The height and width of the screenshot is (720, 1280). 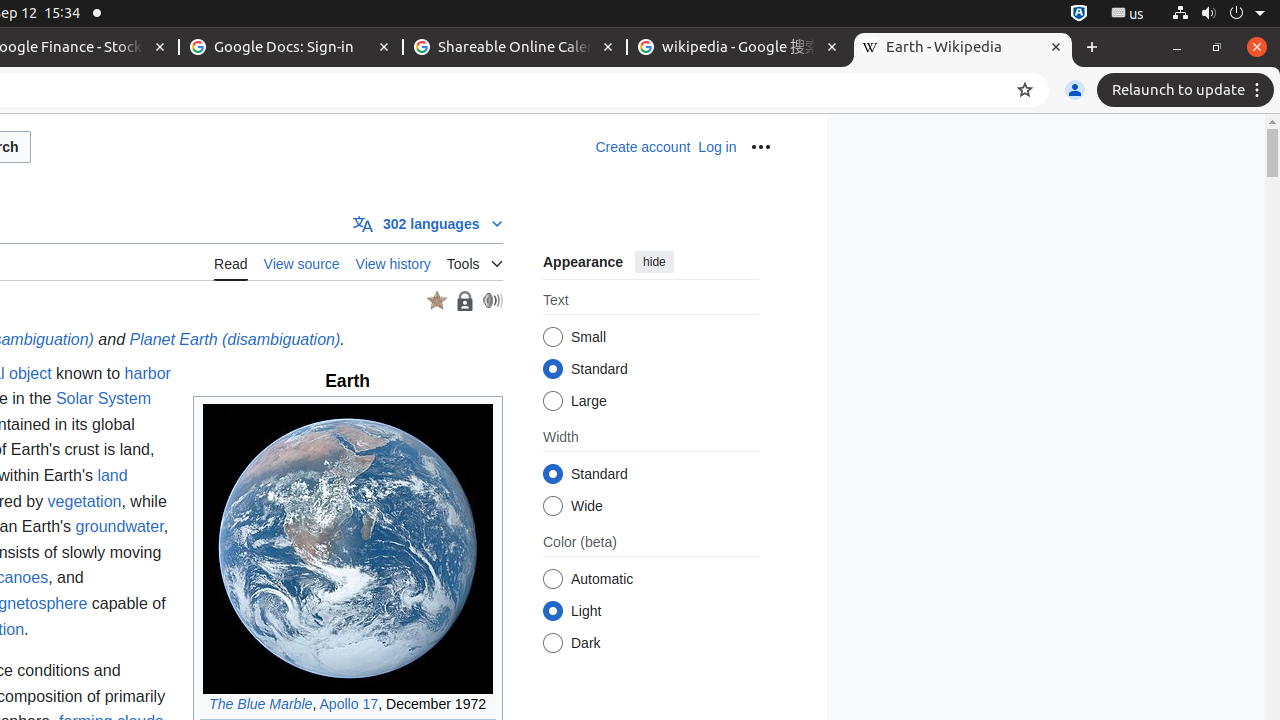 What do you see at coordinates (347, 548) in the screenshot?
I see `'Photograph of Earth taken by the Apollo 17 mission. The Arabian peninsula, Africa and Madagascar lie in the upper half of the disc, whereas Antarctica is at the bottom.'` at bounding box center [347, 548].